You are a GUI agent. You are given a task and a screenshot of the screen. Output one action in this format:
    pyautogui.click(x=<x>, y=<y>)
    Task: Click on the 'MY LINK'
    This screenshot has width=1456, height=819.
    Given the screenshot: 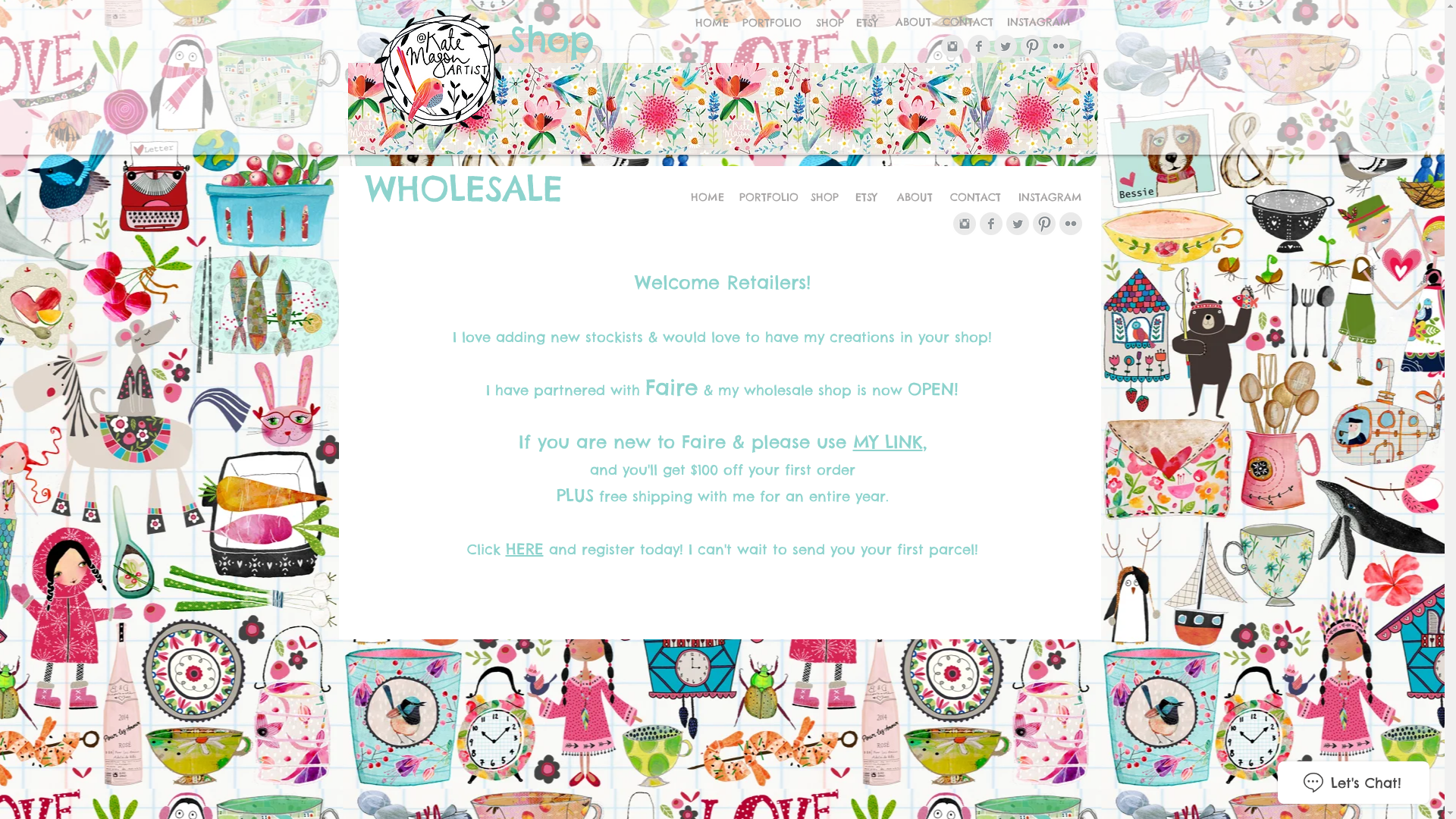 What is the action you would take?
    pyautogui.click(x=852, y=441)
    